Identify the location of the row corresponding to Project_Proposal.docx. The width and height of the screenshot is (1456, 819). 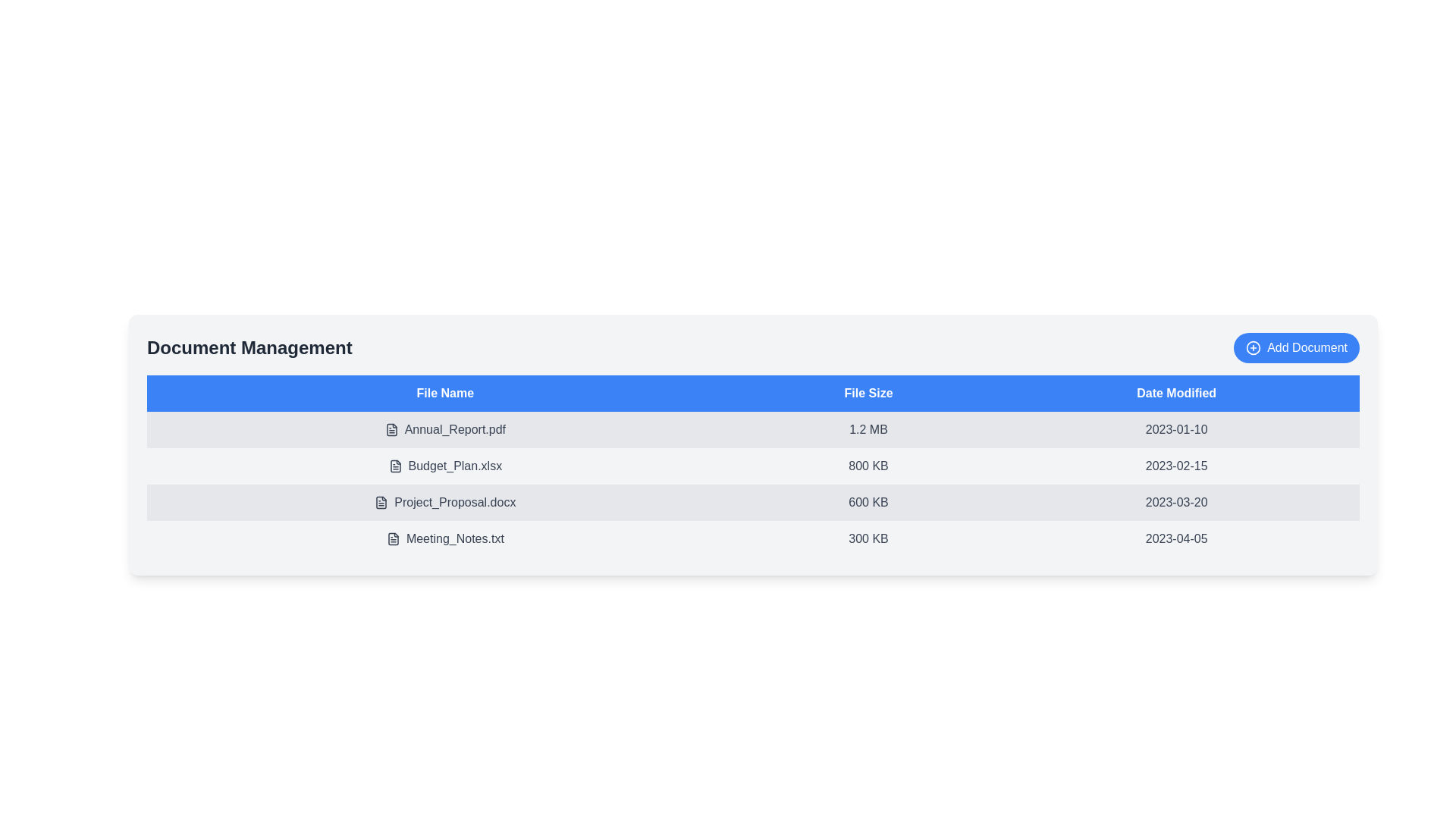
(444, 503).